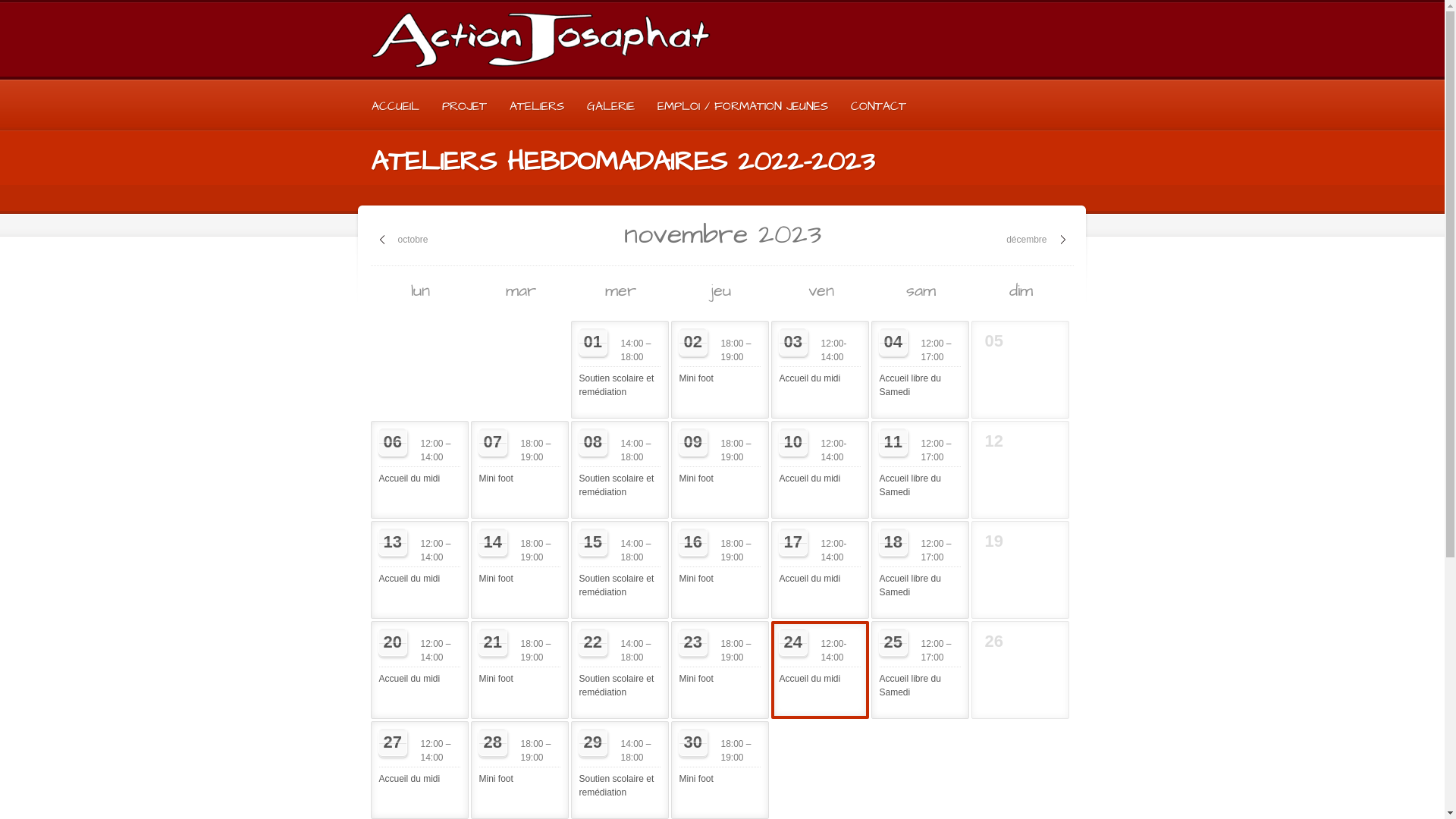 Image resolution: width=1456 pixels, height=819 pixels. What do you see at coordinates (535, 105) in the screenshot?
I see `'ATELIERS'` at bounding box center [535, 105].